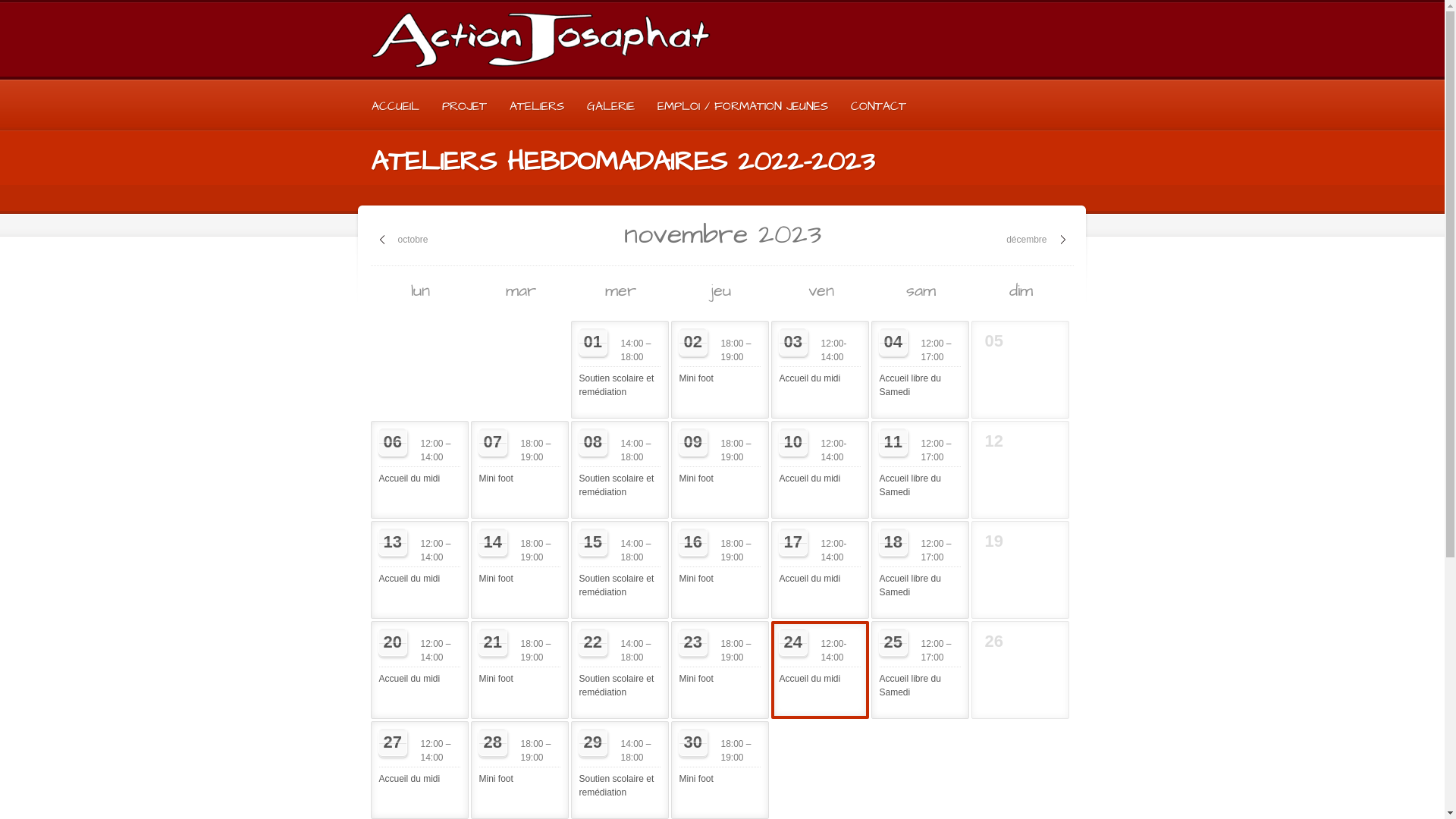 Image resolution: width=1456 pixels, height=819 pixels. What do you see at coordinates (535, 105) in the screenshot?
I see `'ATELIERS'` at bounding box center [535, 105].